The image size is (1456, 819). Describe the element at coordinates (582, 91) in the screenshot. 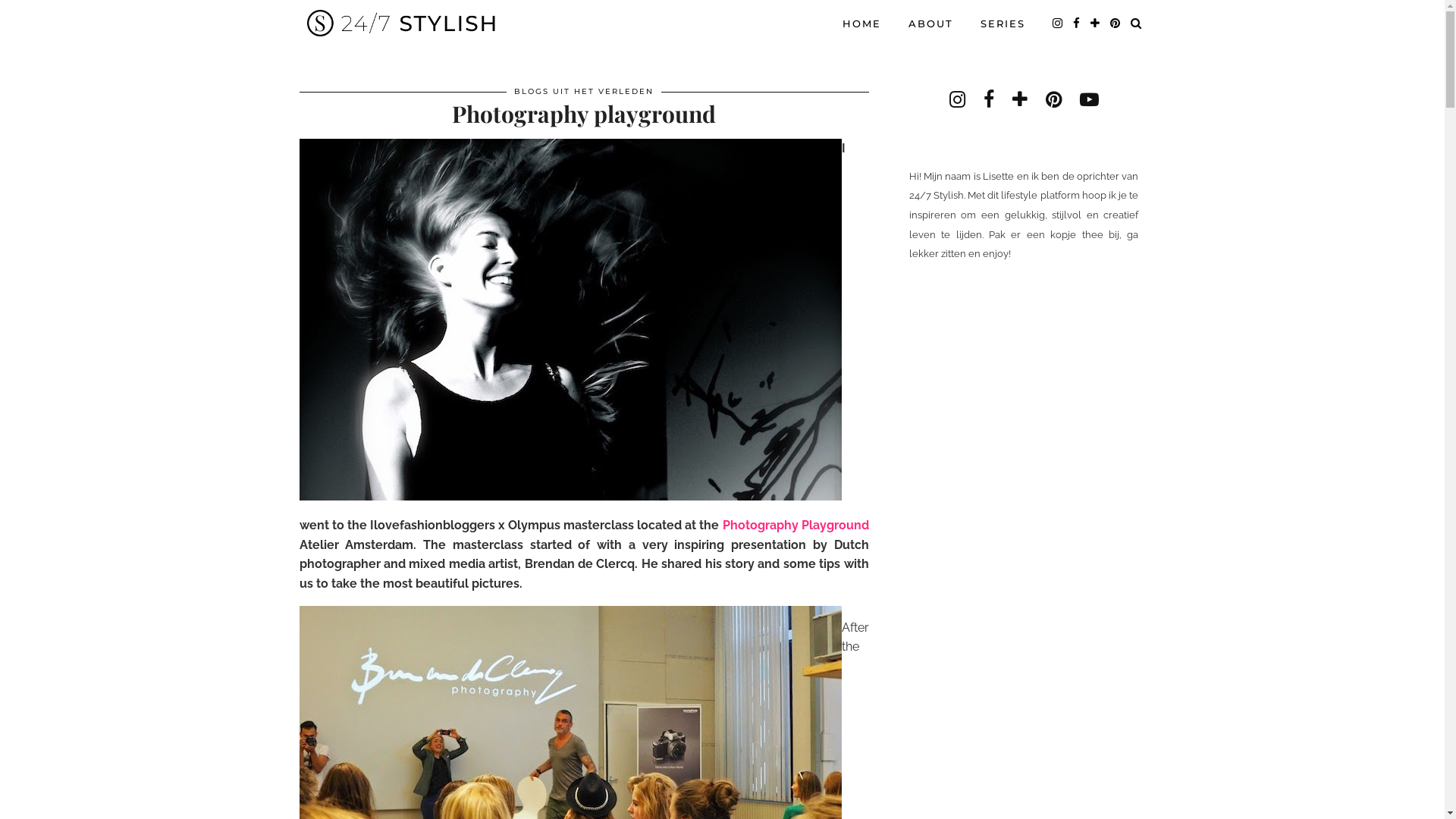

I see `'BLOGS UIT HET VERLEDEN'` at that location.